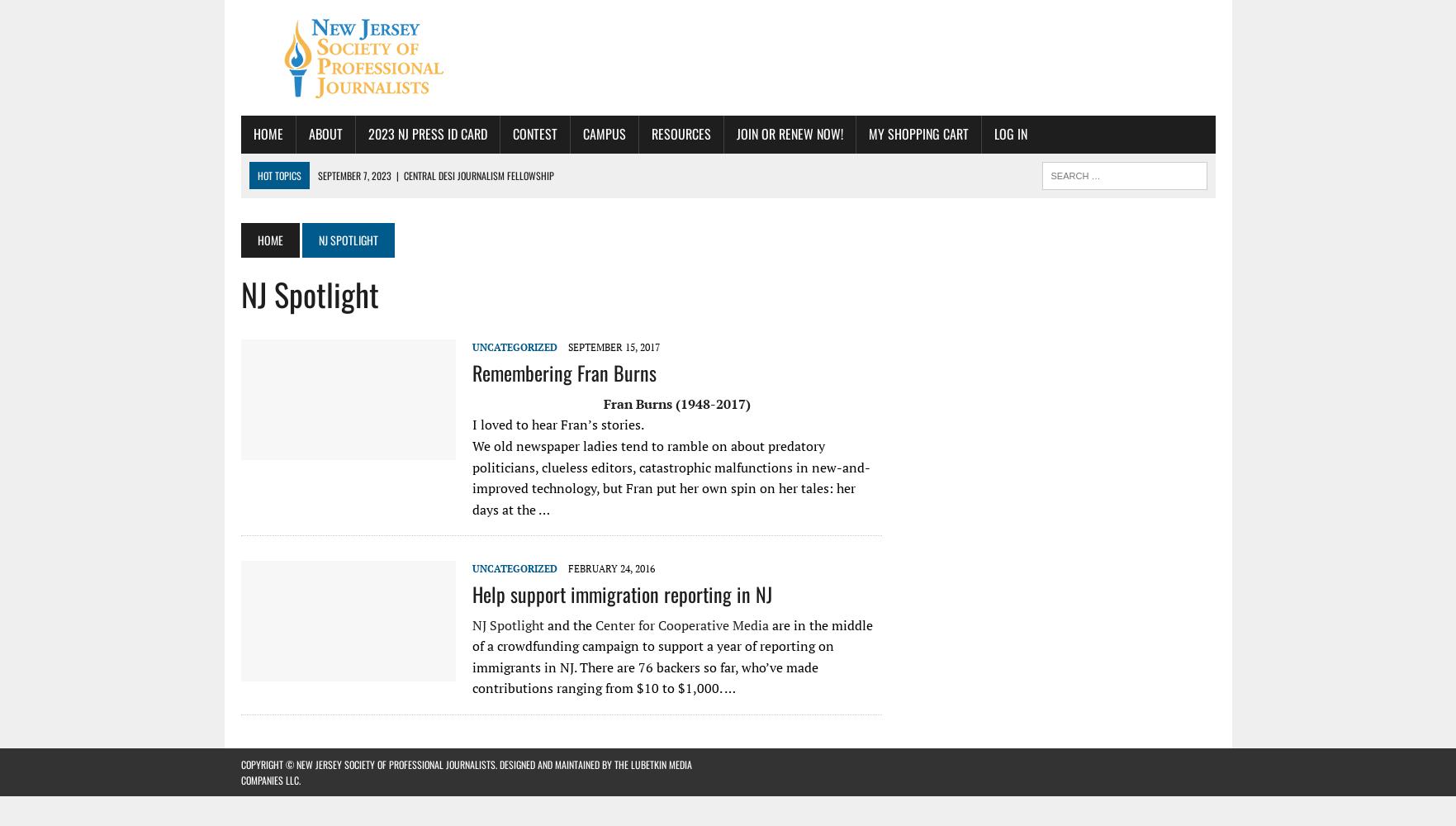 The image size is (1456, 826). I want to click on 'and the', so click(568, 624).